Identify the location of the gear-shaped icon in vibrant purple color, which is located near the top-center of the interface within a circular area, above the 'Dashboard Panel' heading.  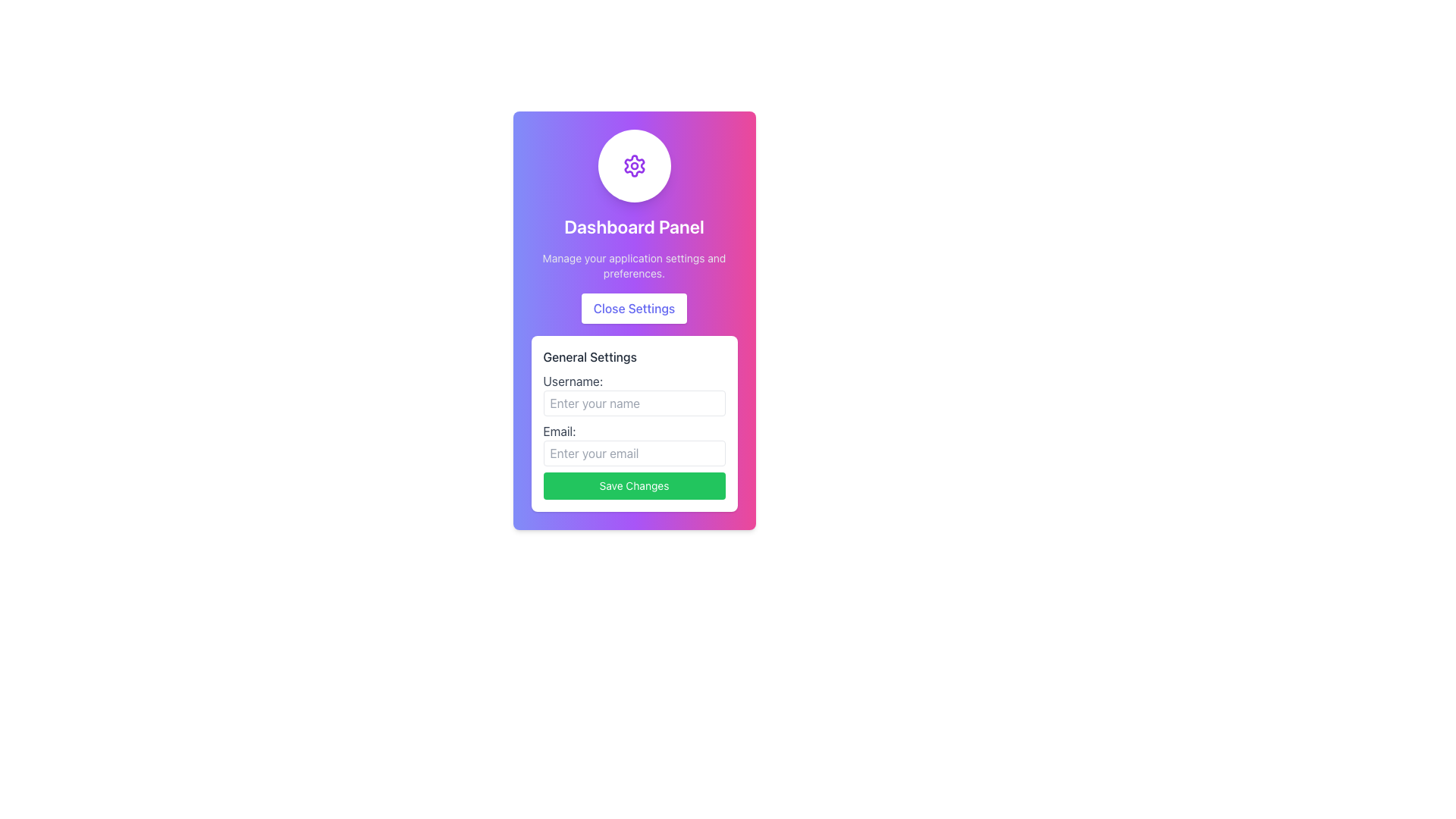
(634, 166).